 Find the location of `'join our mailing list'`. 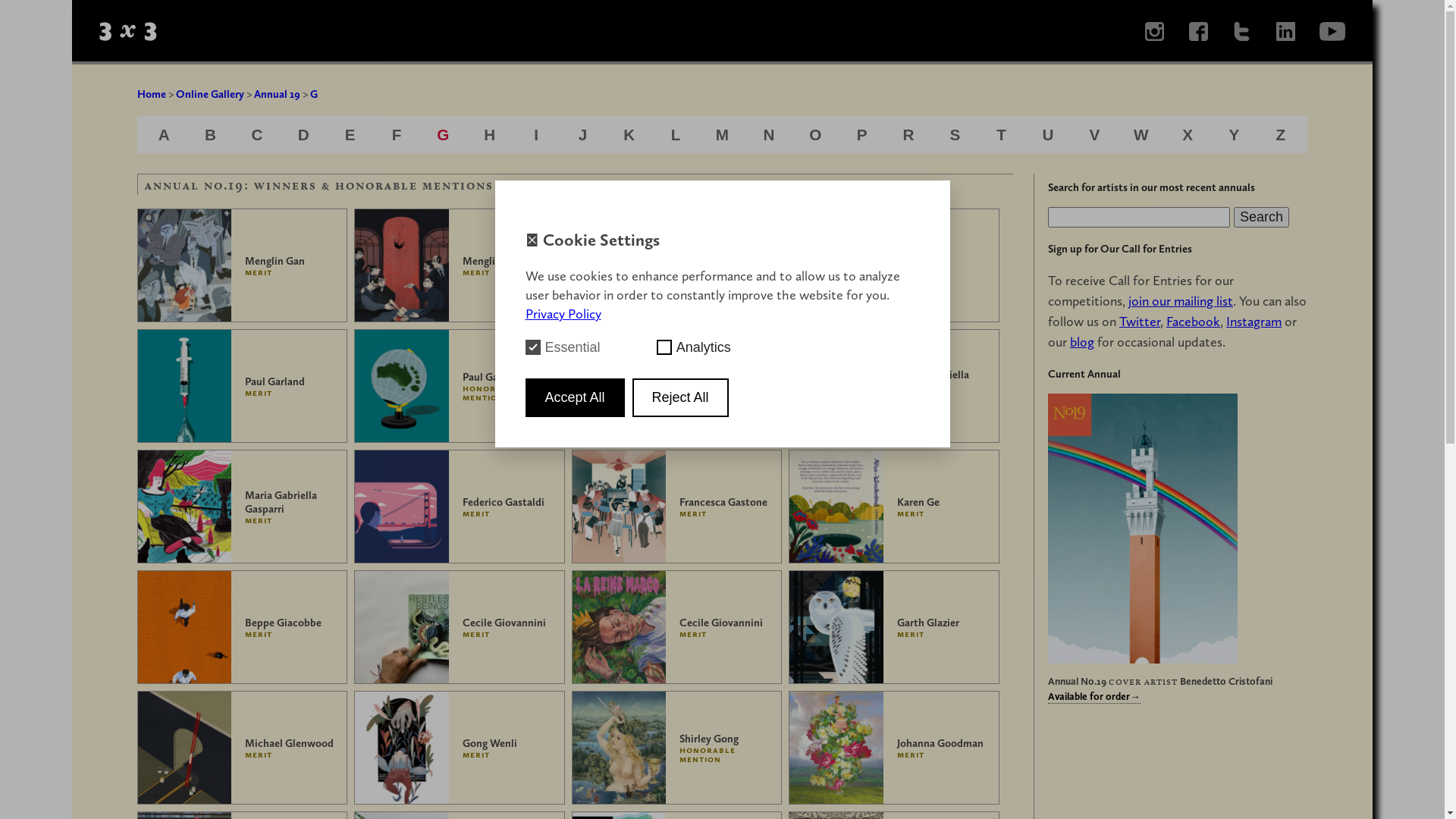

'join our mailing list' is located at coordinates (1179, 301).